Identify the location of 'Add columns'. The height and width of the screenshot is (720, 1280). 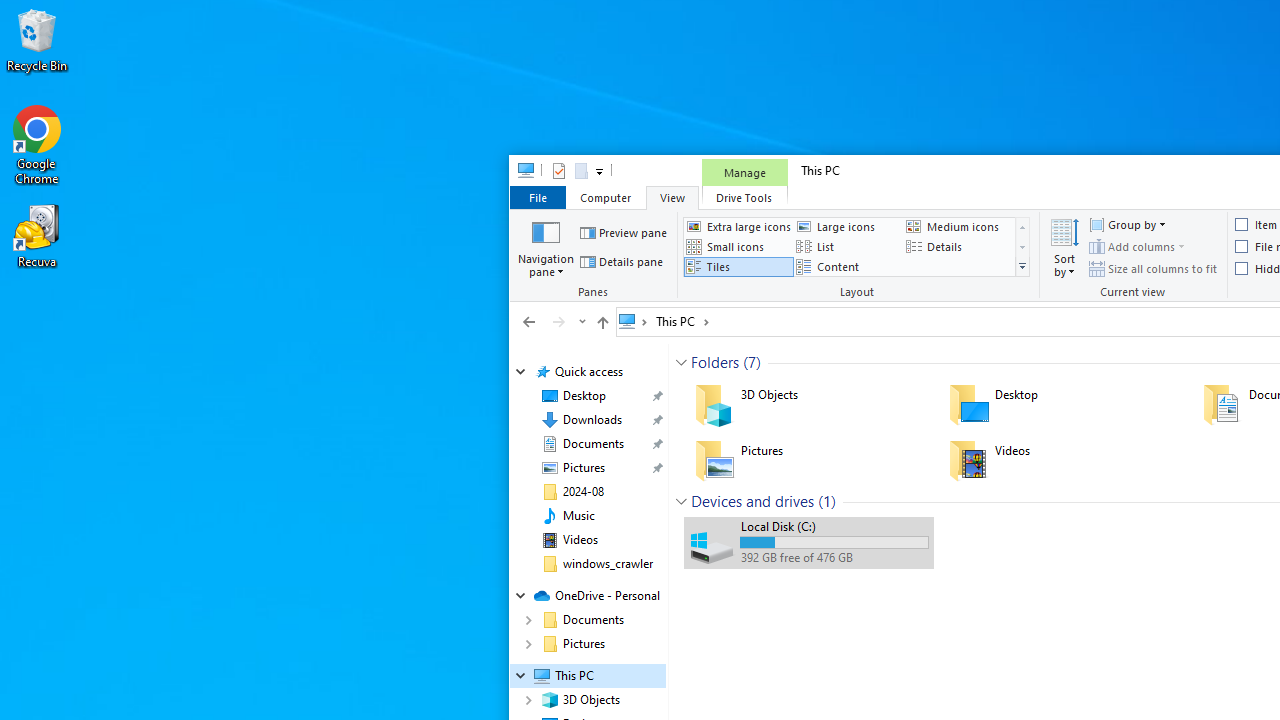
(1136, 245).